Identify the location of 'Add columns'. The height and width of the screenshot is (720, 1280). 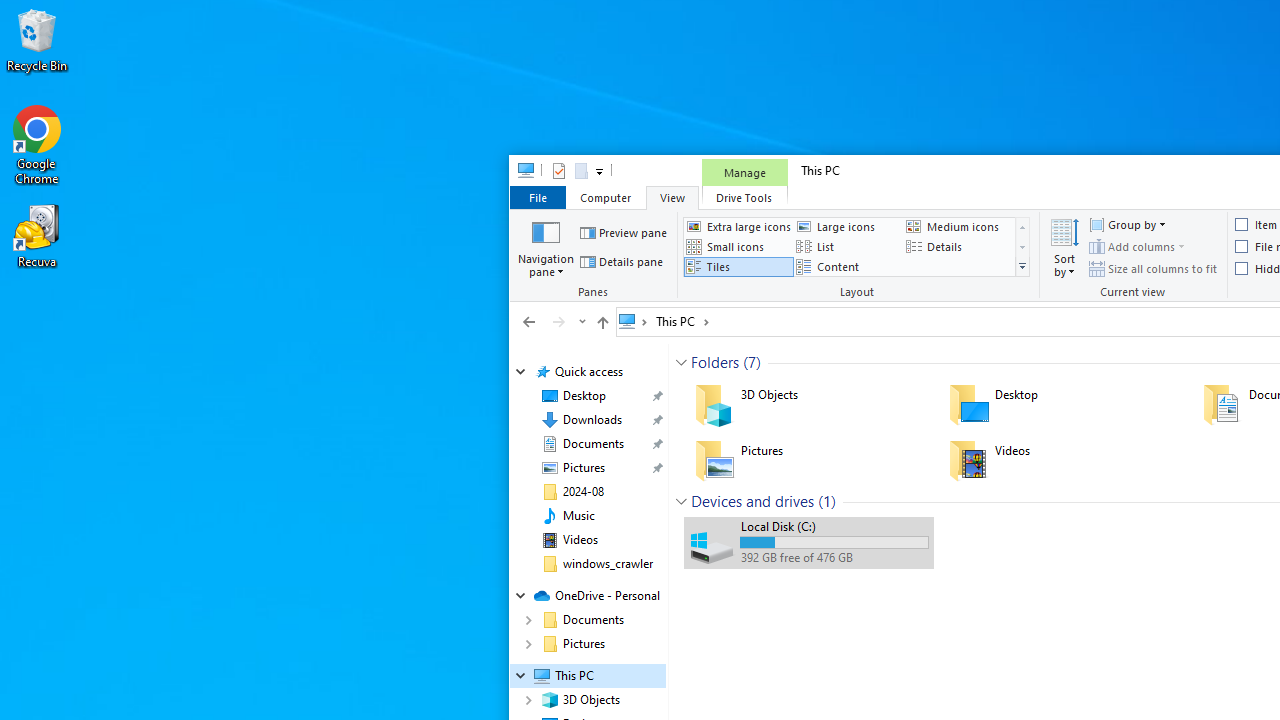
(1136, 245).